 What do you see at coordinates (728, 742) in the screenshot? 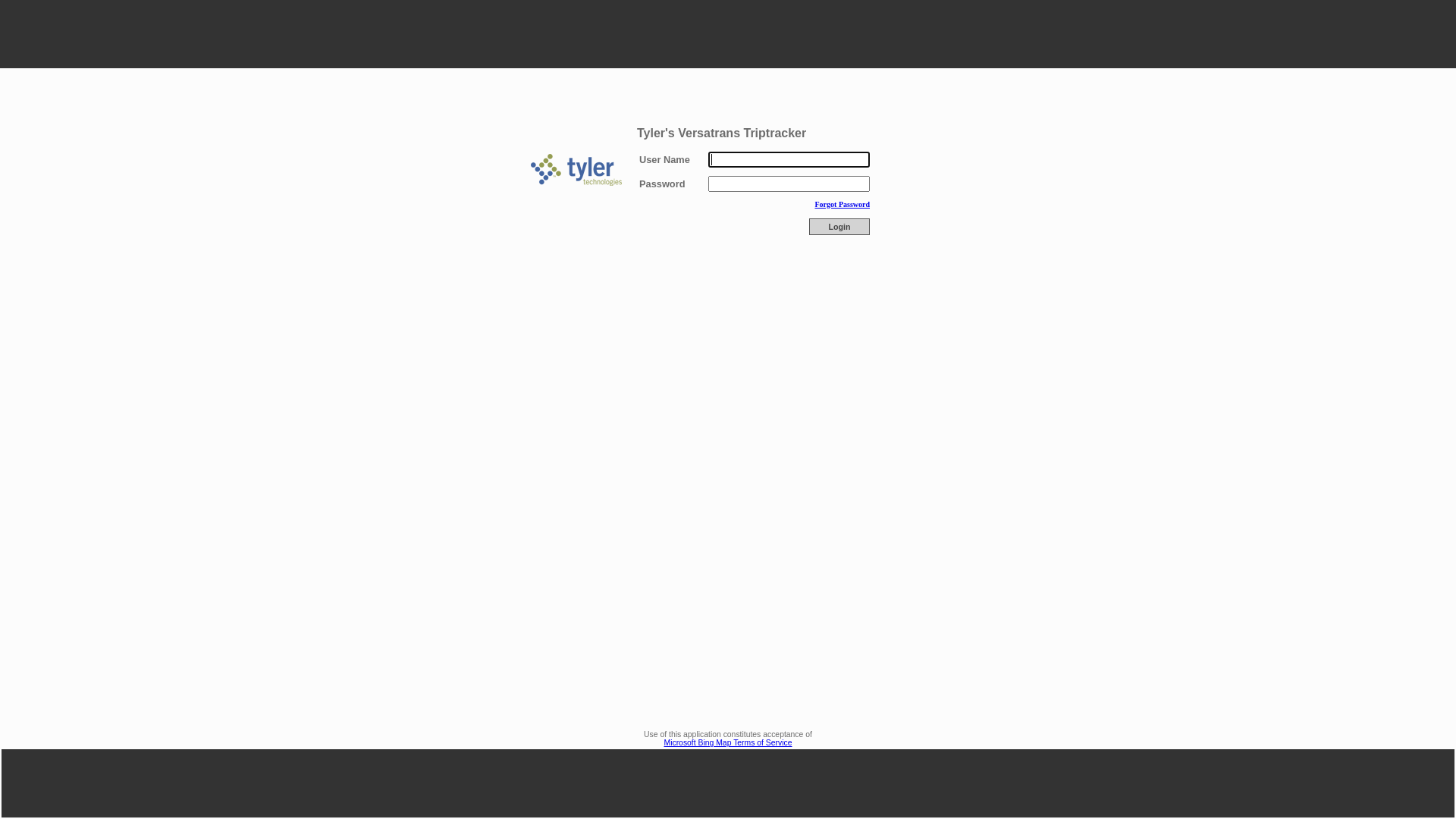
I see `'Microsoft Bing Map Terms of Service'` at bounding box center [728, 742].